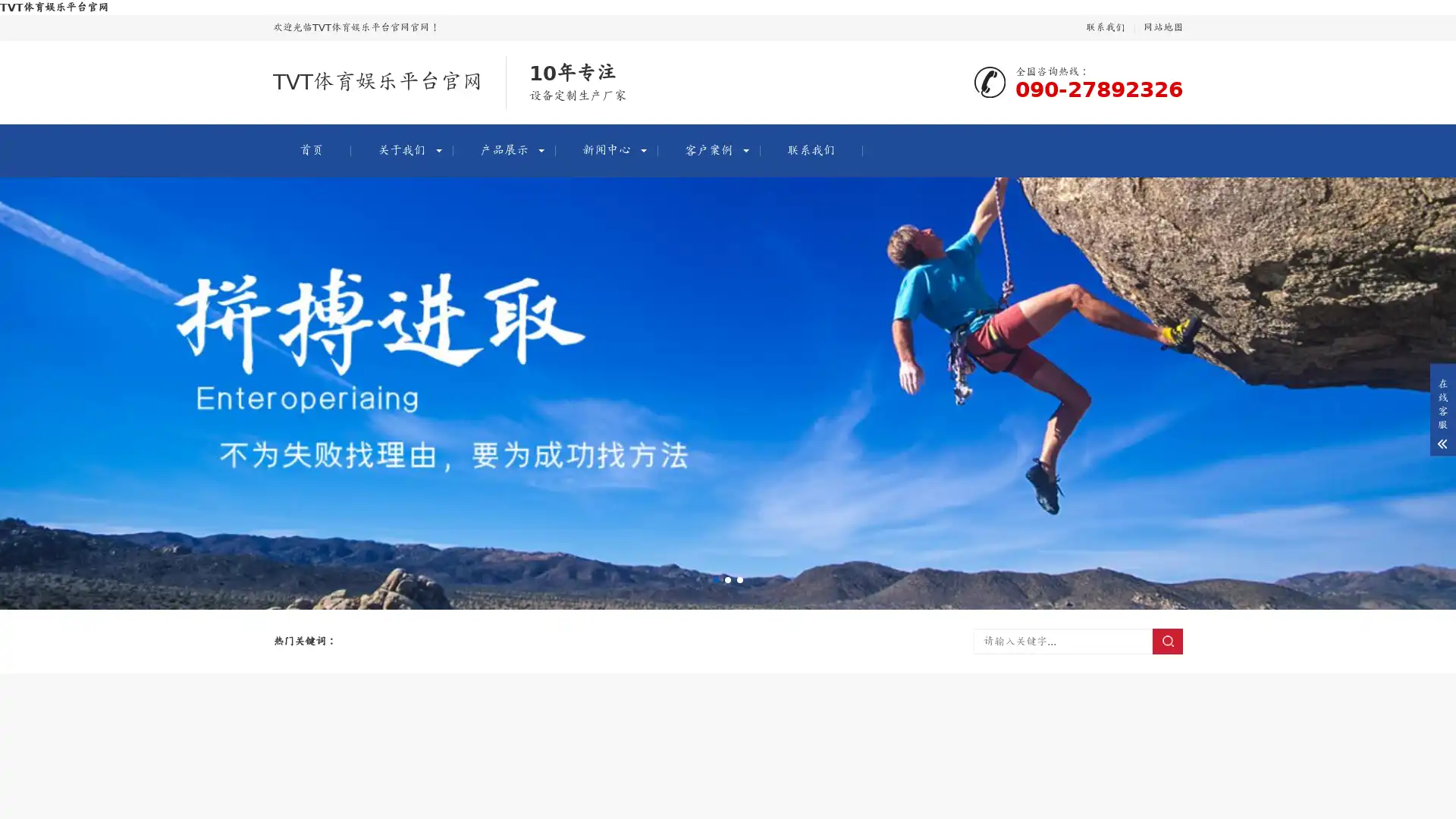  What do you see at coordinates (739, 579) in the screenshot?
I see `Go to slide 3` at bounding box center [739, 579].